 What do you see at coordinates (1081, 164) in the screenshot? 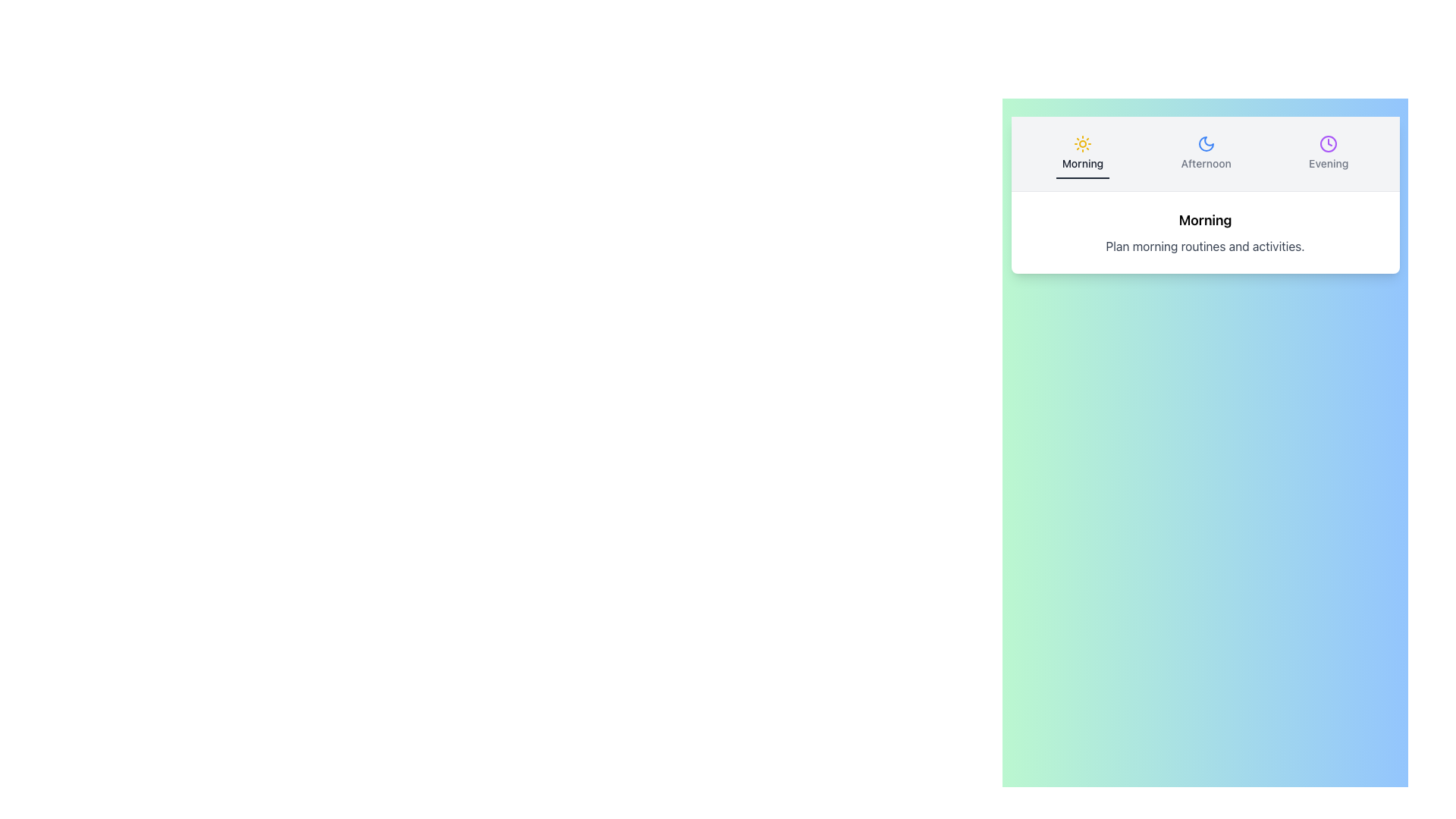
I see `text displayed on the 'Morning' text label, which is located beneath a sun icon in the upper left section of the interface` at bounding box center [1081, 164].